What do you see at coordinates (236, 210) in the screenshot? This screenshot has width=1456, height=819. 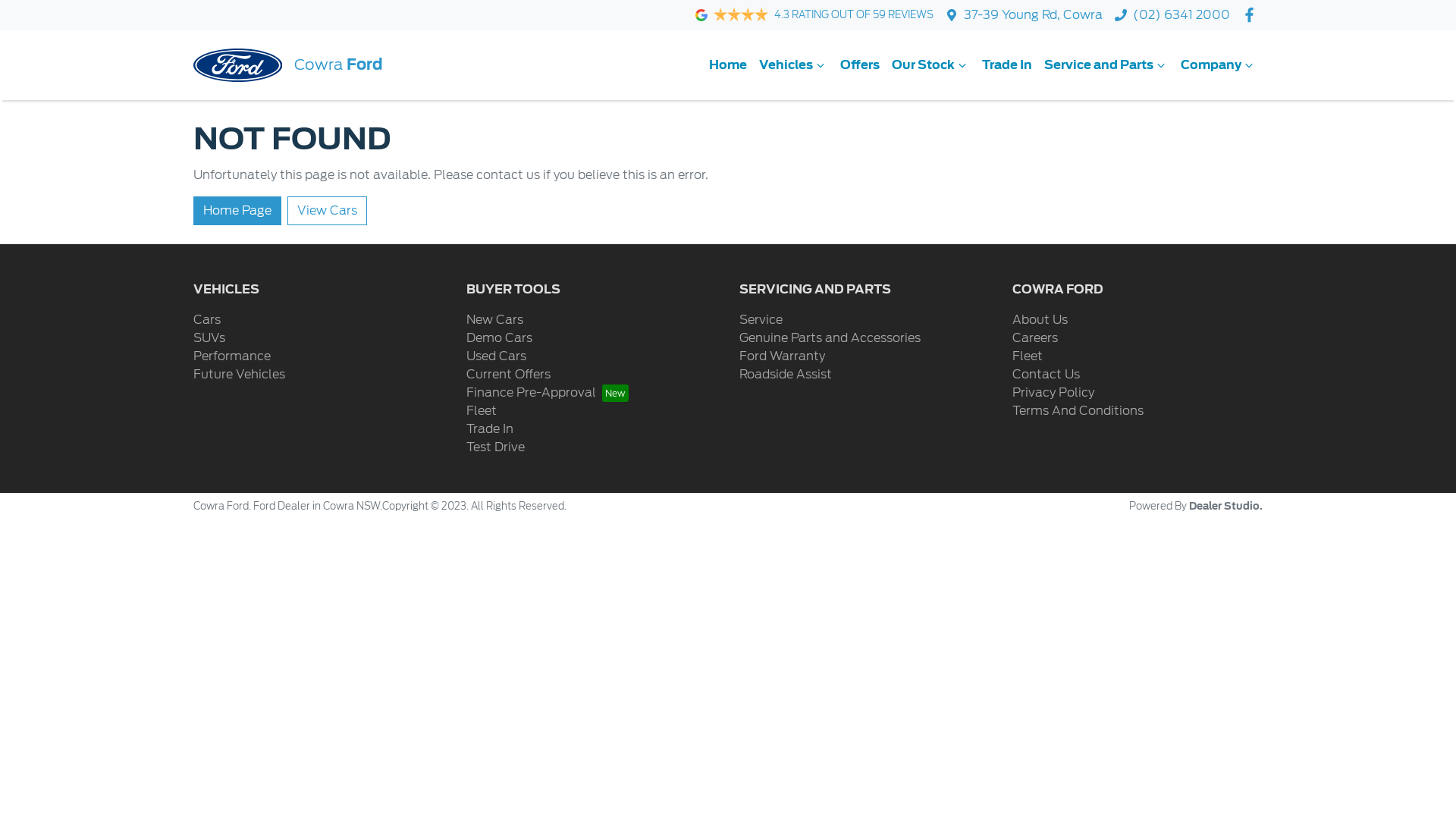 I see `'Home Page'` at bounding box center [236, 210].